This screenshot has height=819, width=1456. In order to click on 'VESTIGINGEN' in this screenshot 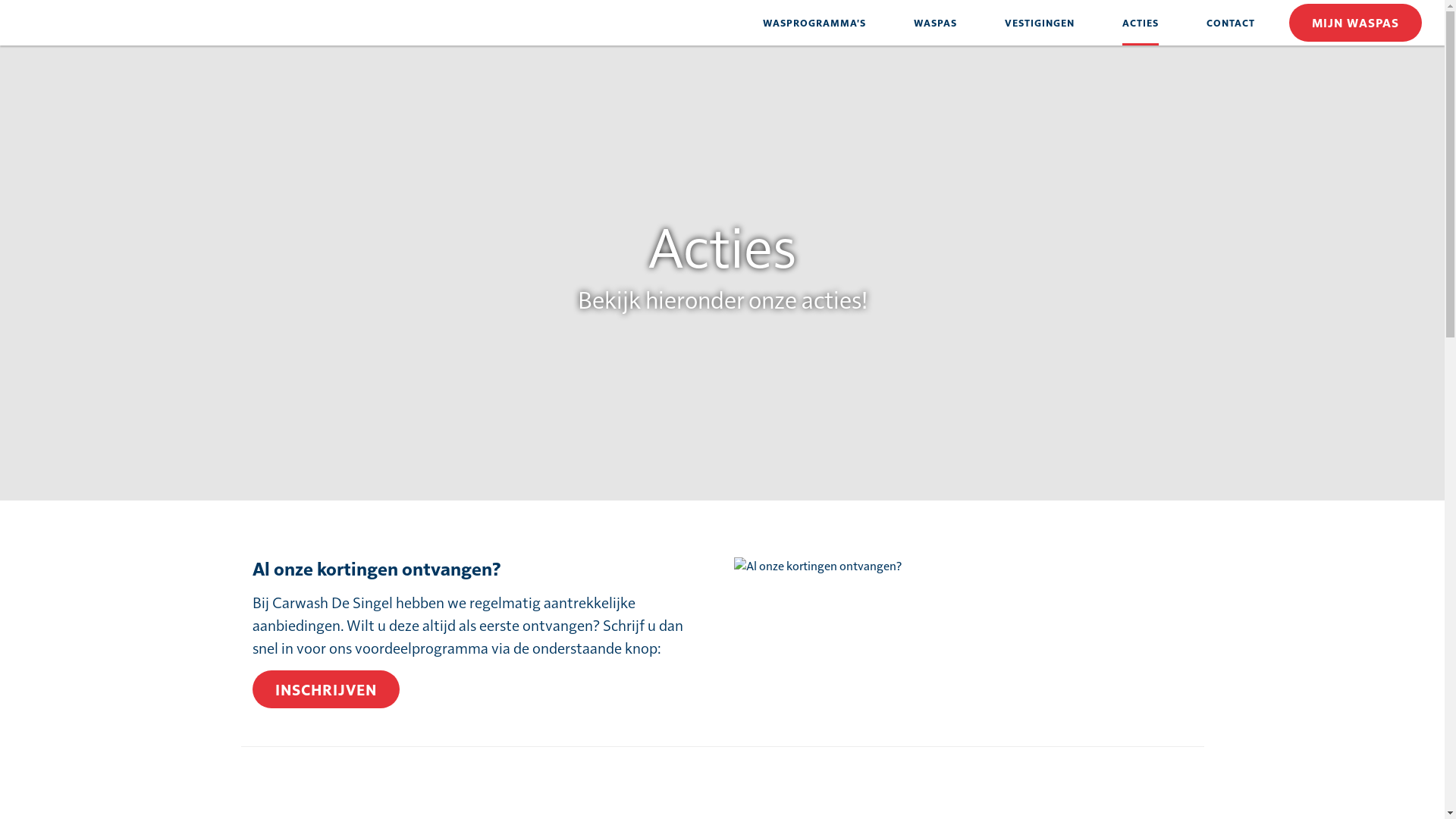, I will do `click(1039, 23)`.